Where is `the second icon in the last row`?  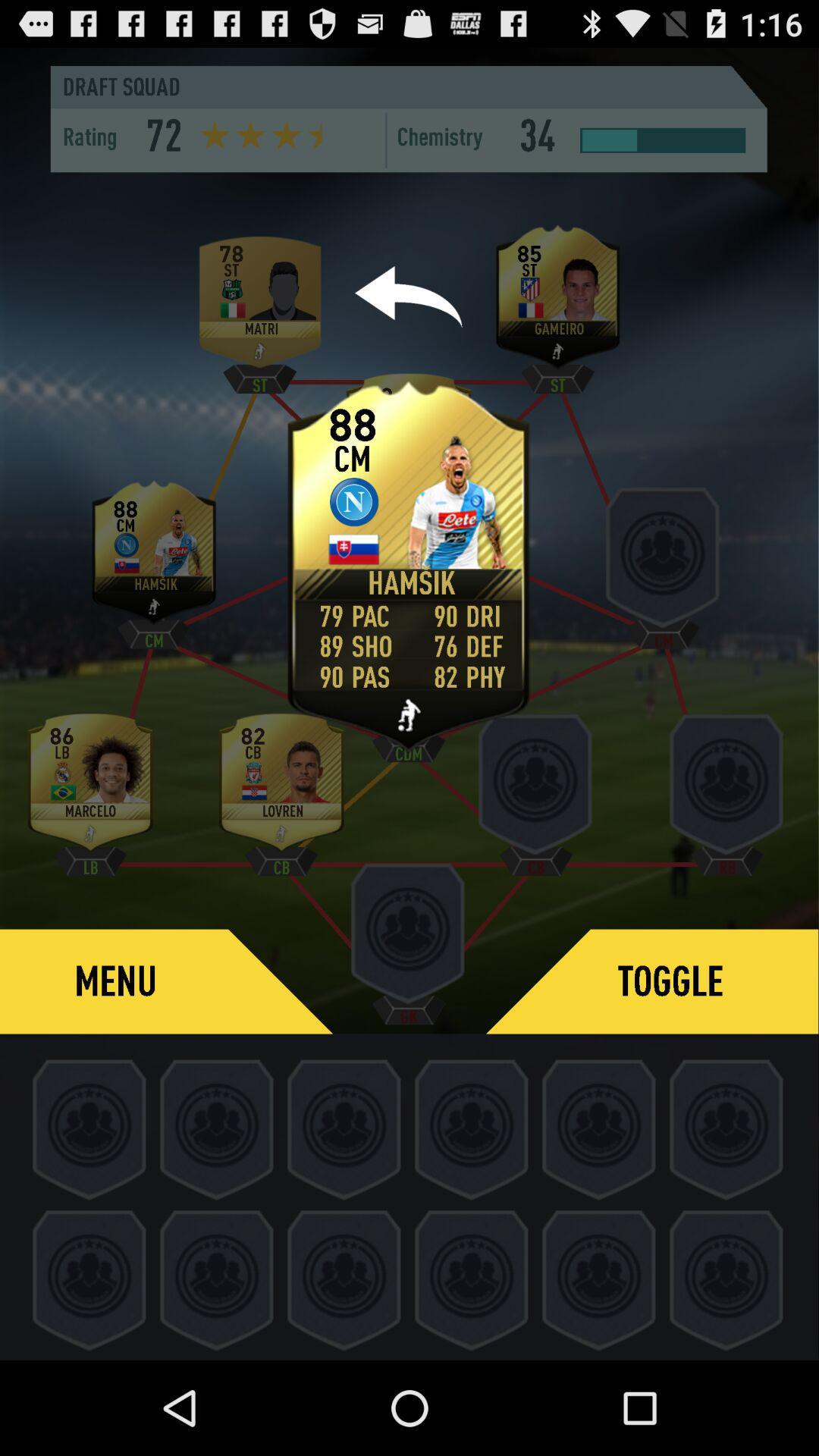 the second icon in the last row is located at coordinates (217, 1277).